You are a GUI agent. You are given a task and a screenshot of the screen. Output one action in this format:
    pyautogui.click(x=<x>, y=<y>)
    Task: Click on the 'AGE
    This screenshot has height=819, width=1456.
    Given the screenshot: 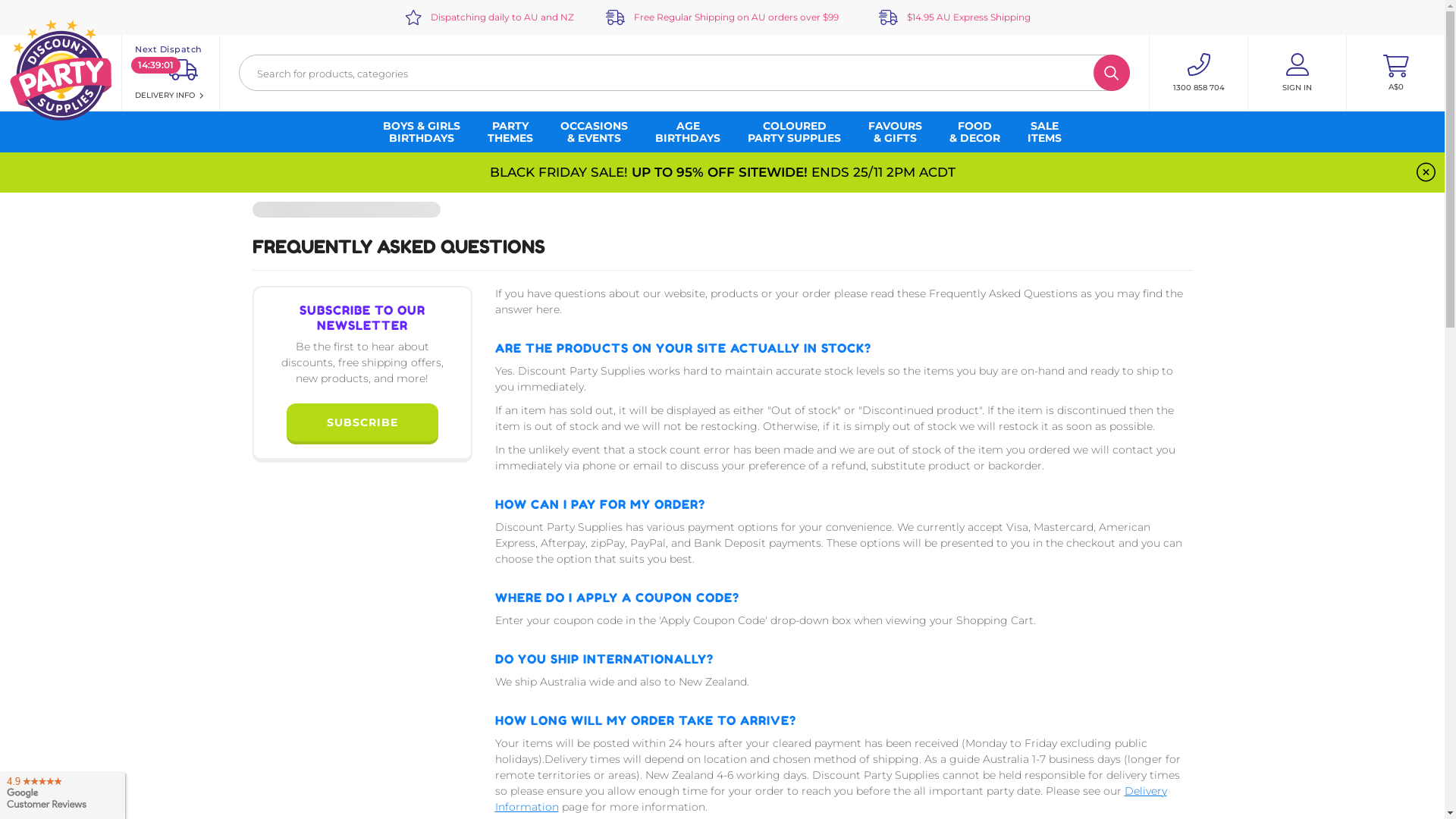 What is the action you would take?
    pyautogui.click(x=687, y=130)
    